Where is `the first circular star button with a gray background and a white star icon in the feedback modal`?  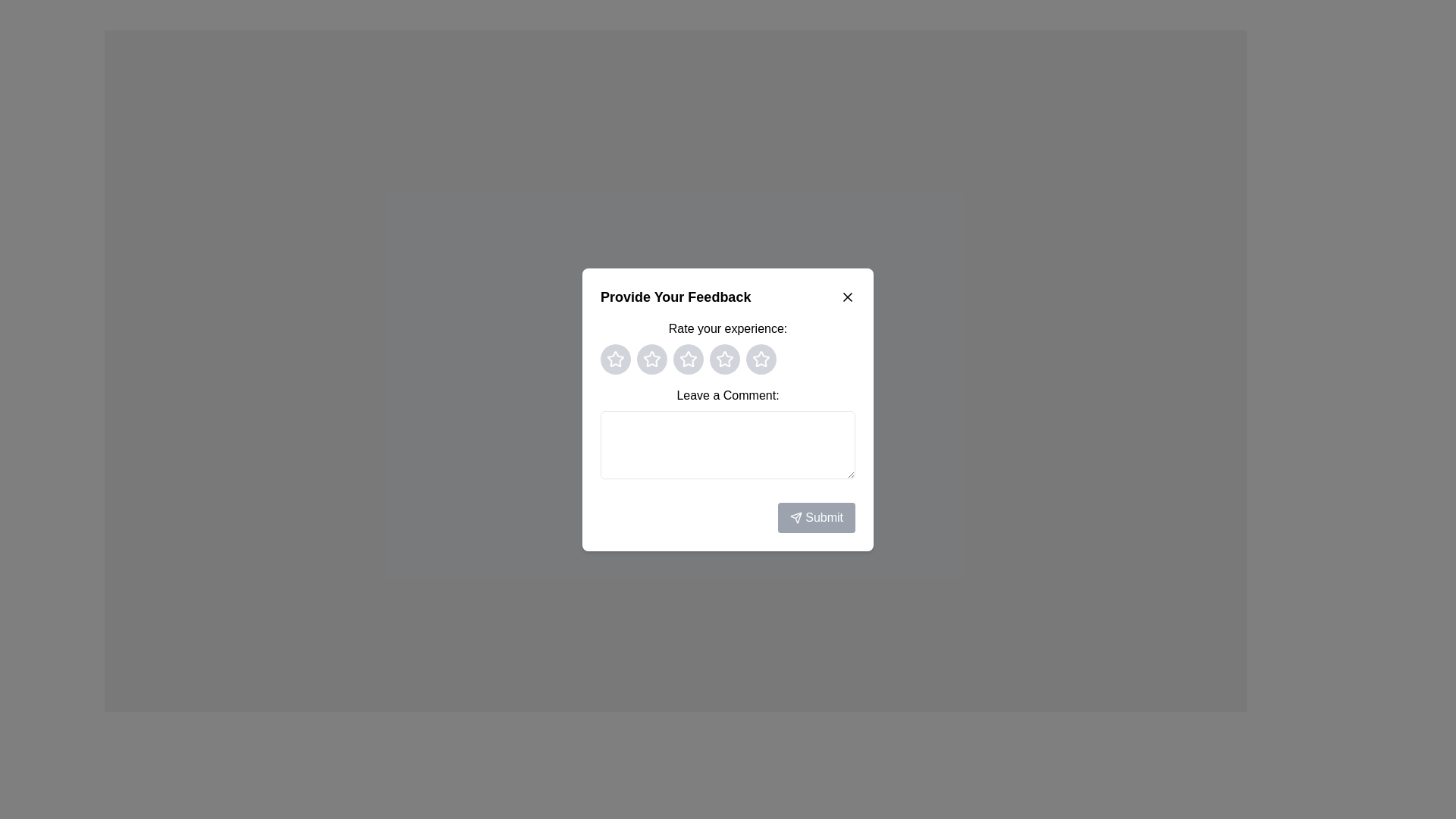 the first circular star button with a gray background and a white star icon in the feedback modal is located at coordinates (615, 359).